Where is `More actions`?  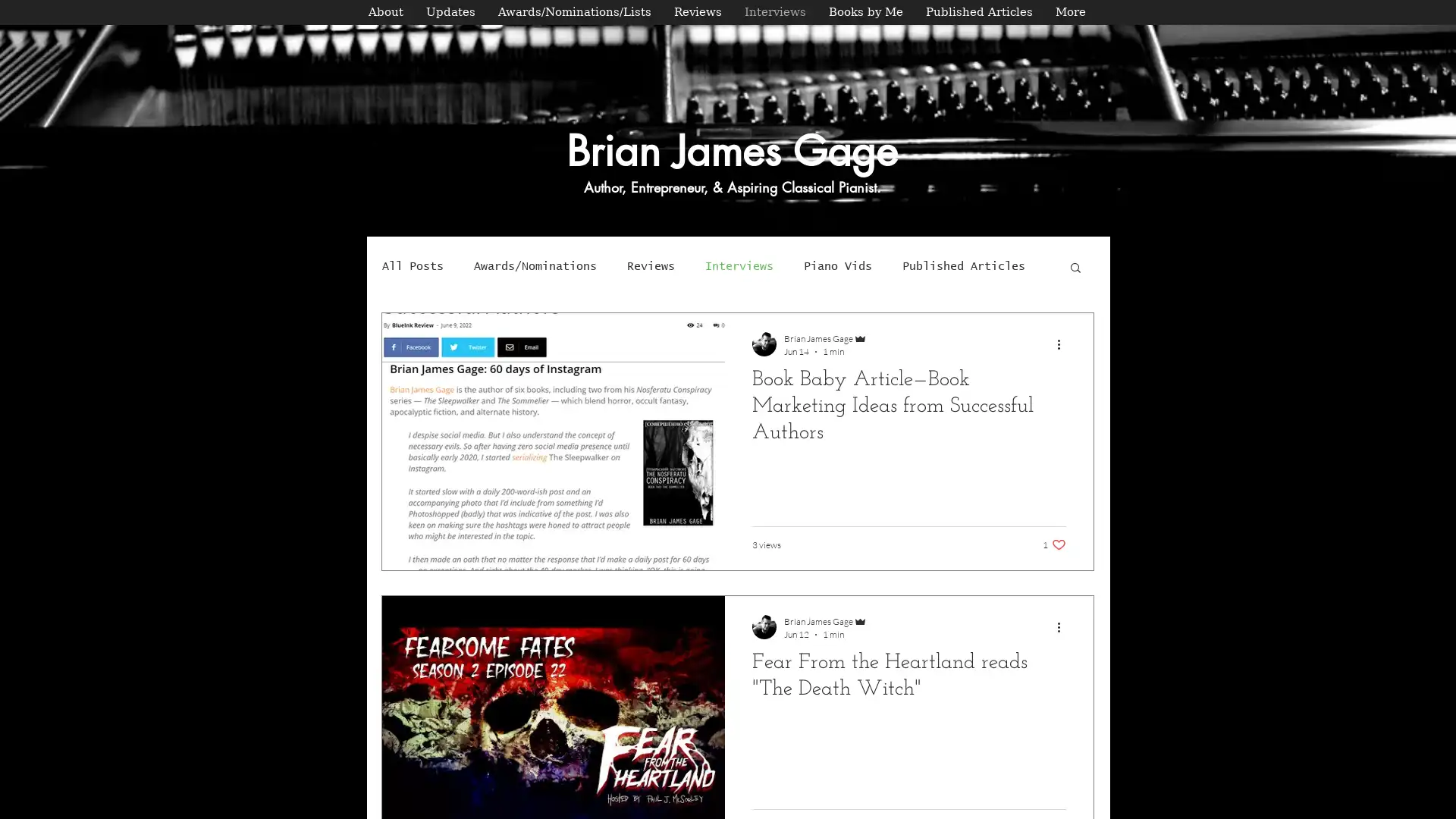
More actions is located at coordinates (1062, 626).